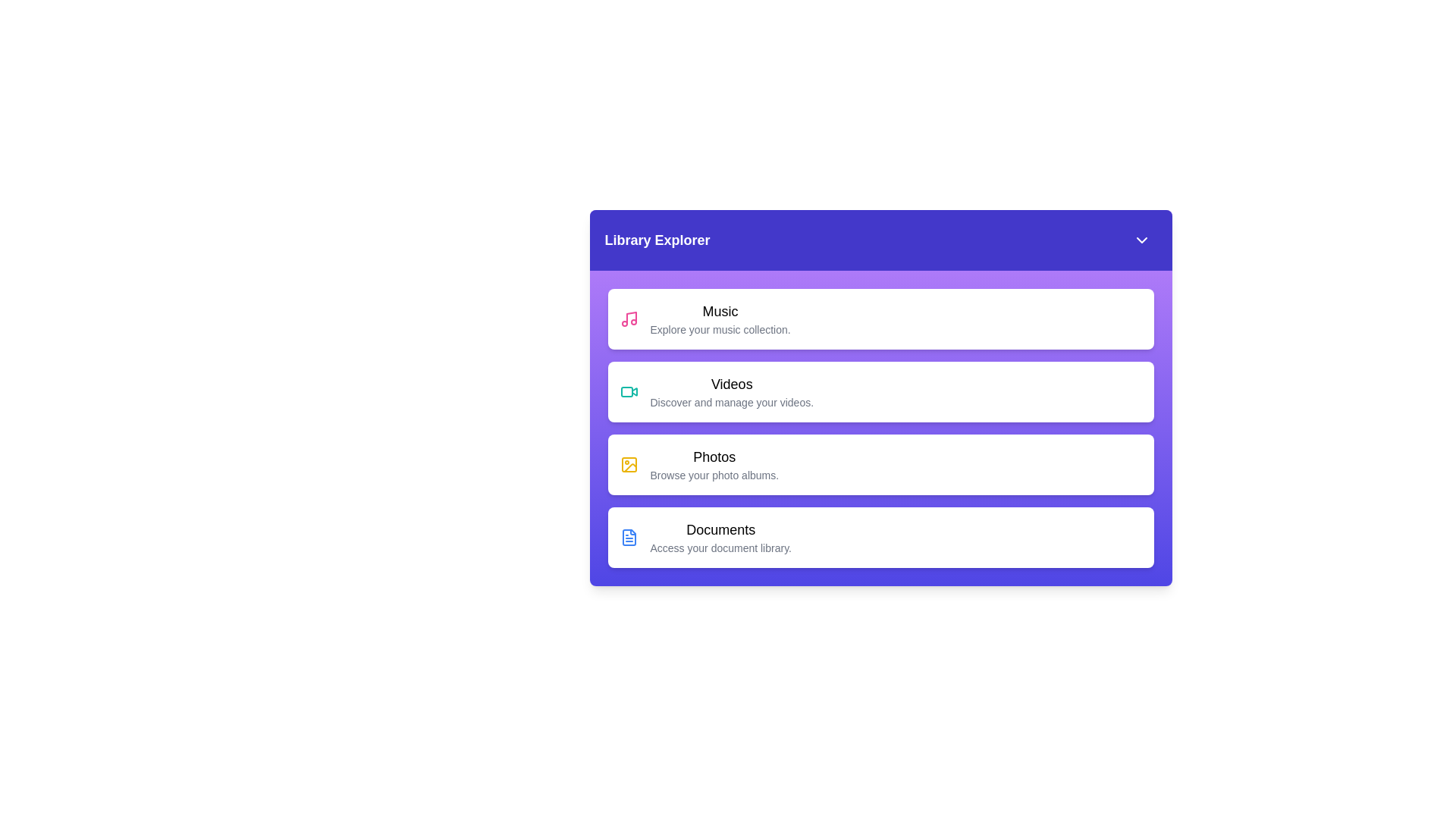 The width and height of the screenshot is (1456, 819). Describe the element at coordinates (880, 391) in the screenshot. I see `the library item labeled Videos to select it` at that location.